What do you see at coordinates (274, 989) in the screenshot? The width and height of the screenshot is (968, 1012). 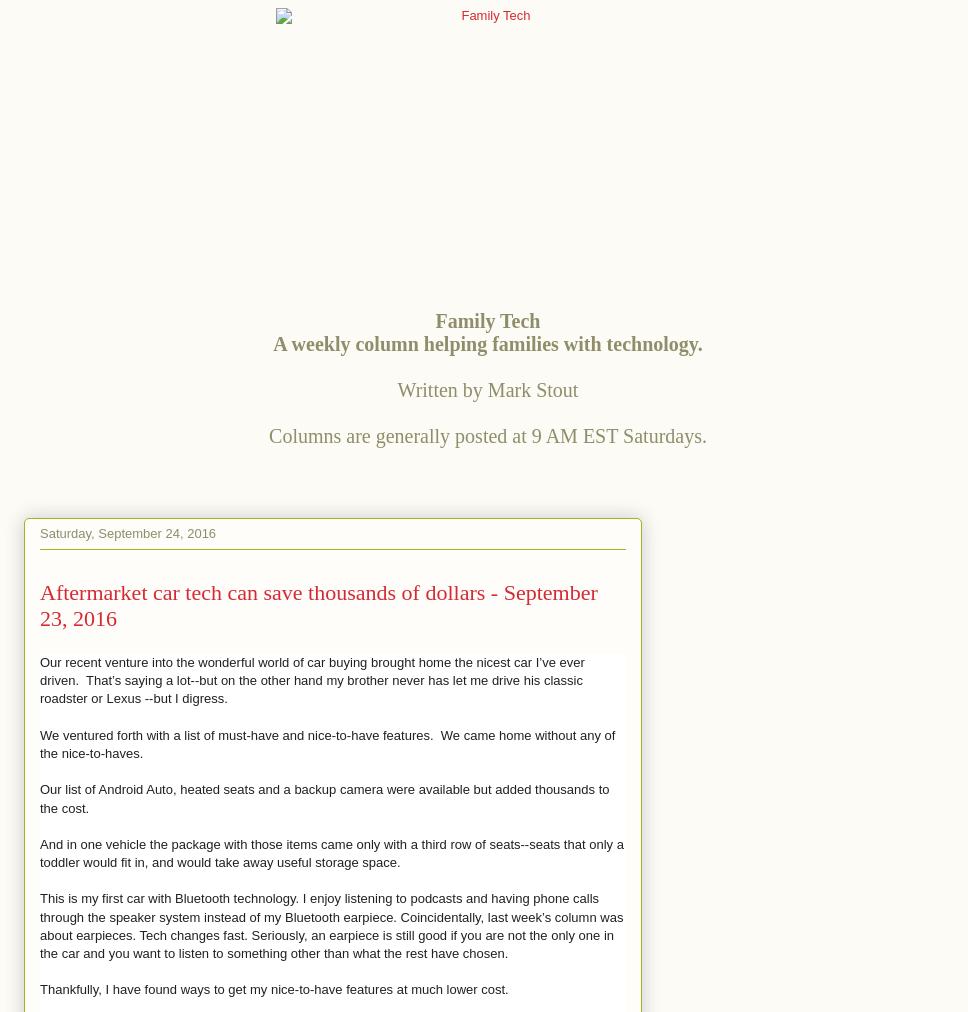 I see `'Thankfully, I have found ways to get my nice-to-have features at much lower cost.'` at bounding box center [274, 989].